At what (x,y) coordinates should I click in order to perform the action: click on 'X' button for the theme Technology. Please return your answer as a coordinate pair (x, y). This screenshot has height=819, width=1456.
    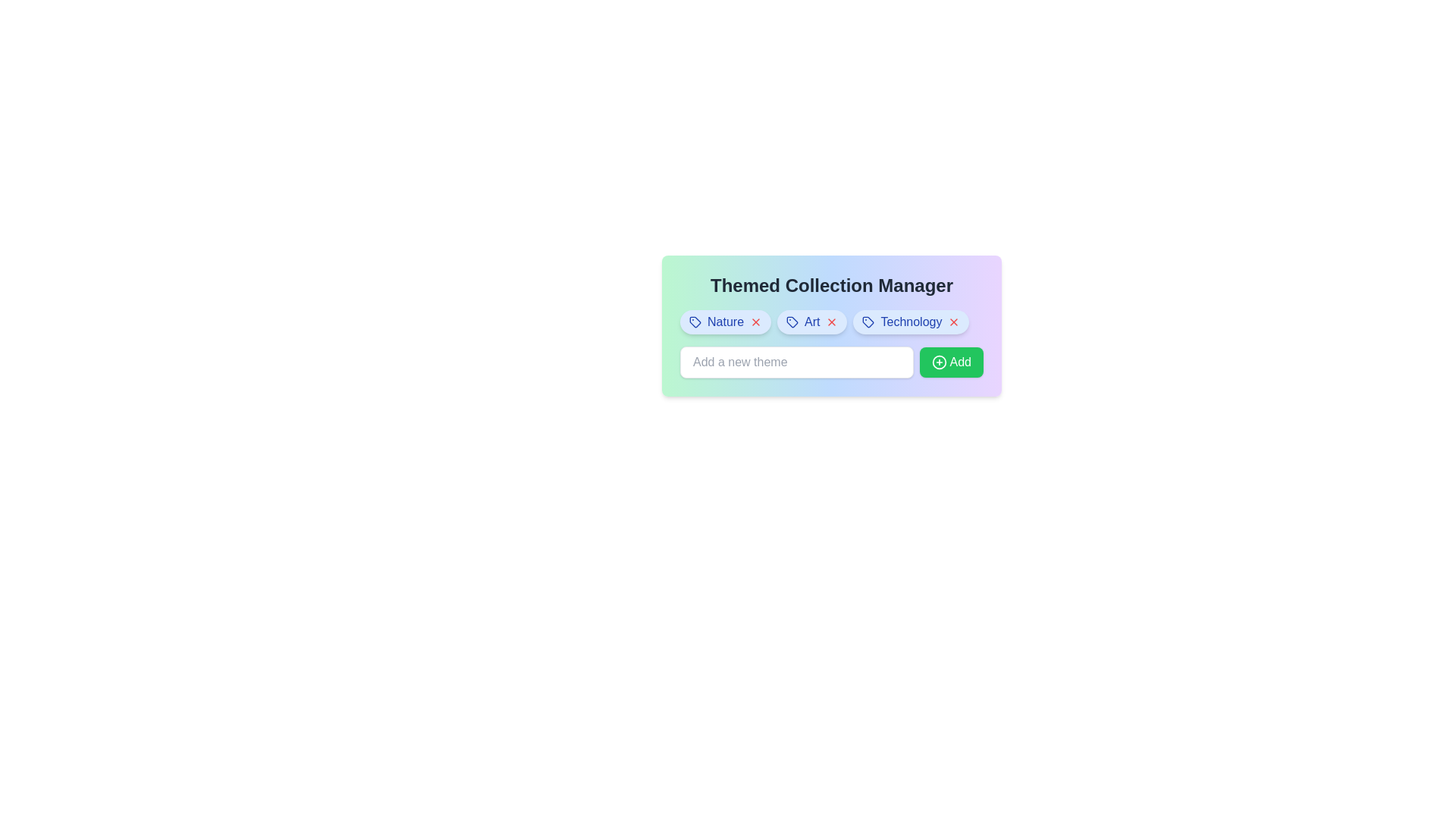
    Looking at the image, I should click on (953, 321).